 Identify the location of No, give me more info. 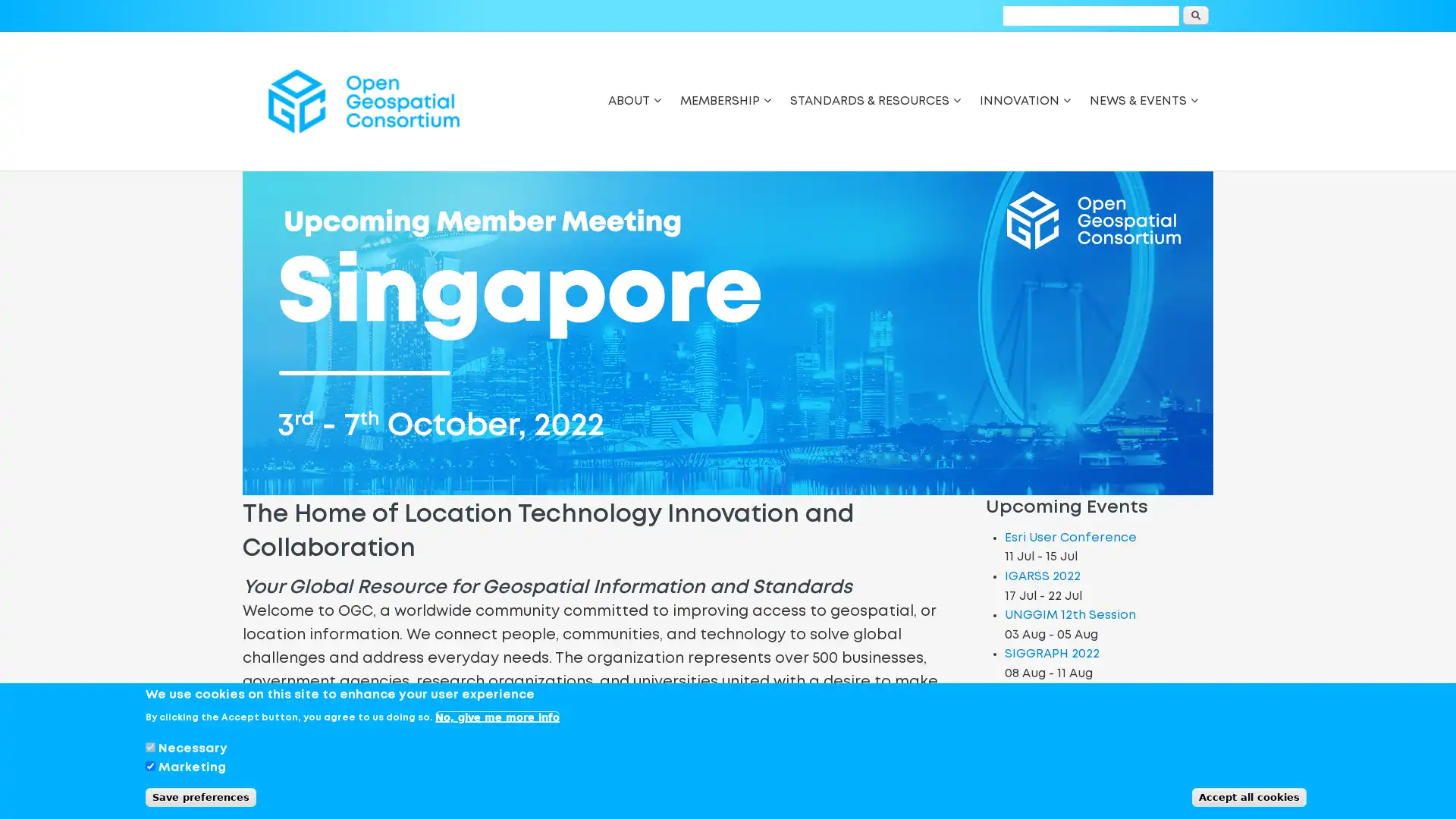
(497, 717).